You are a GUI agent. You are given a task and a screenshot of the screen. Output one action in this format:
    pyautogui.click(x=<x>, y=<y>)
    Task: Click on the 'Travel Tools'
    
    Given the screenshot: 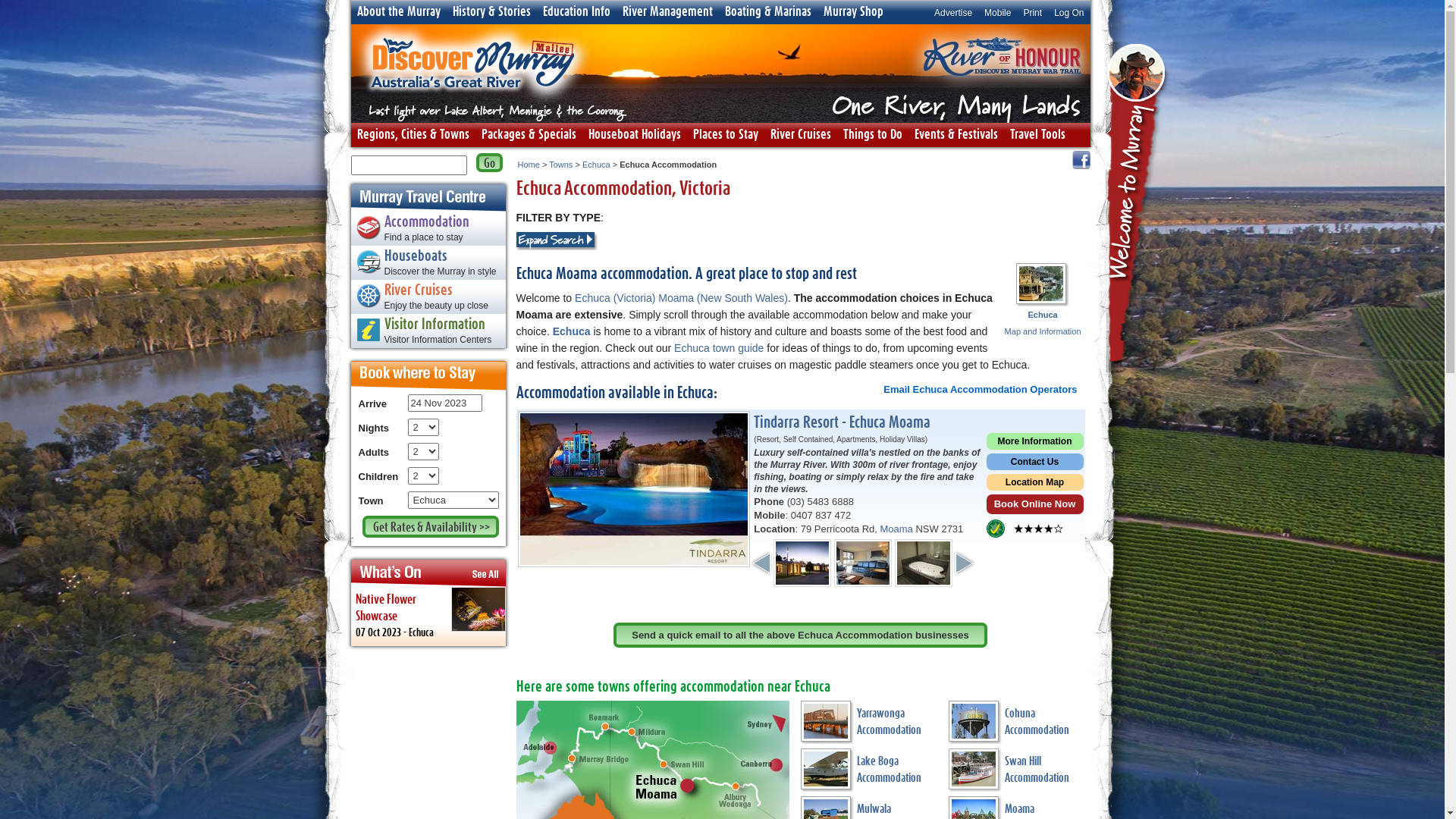 What is the action you would take?
    pyautogui.click(x=1037, y=133)
    